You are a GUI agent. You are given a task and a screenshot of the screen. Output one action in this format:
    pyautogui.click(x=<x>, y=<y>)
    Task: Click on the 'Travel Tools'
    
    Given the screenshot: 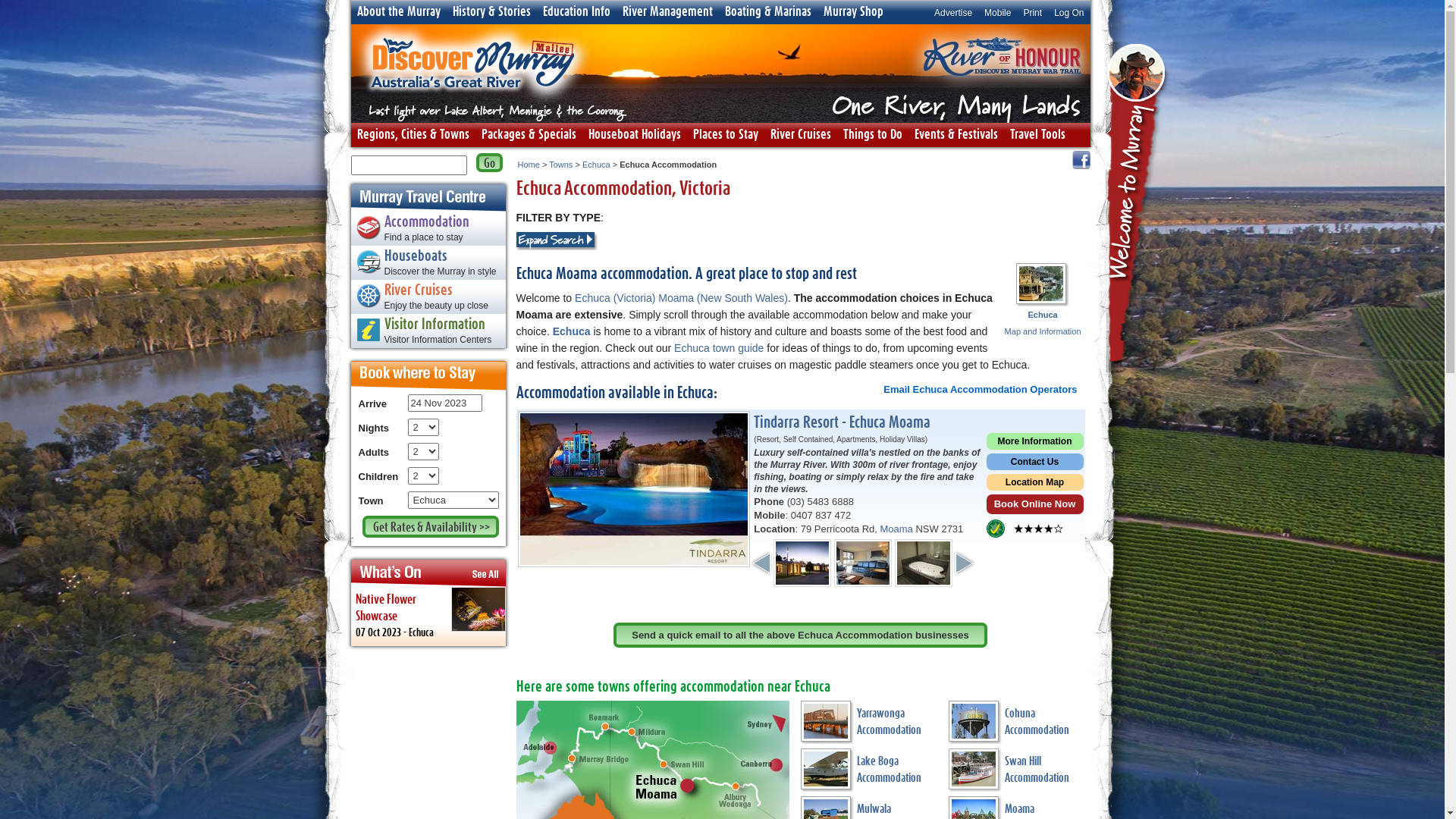 What is the action you would take?
    pyautogui.click(x=1037, y=133)
    